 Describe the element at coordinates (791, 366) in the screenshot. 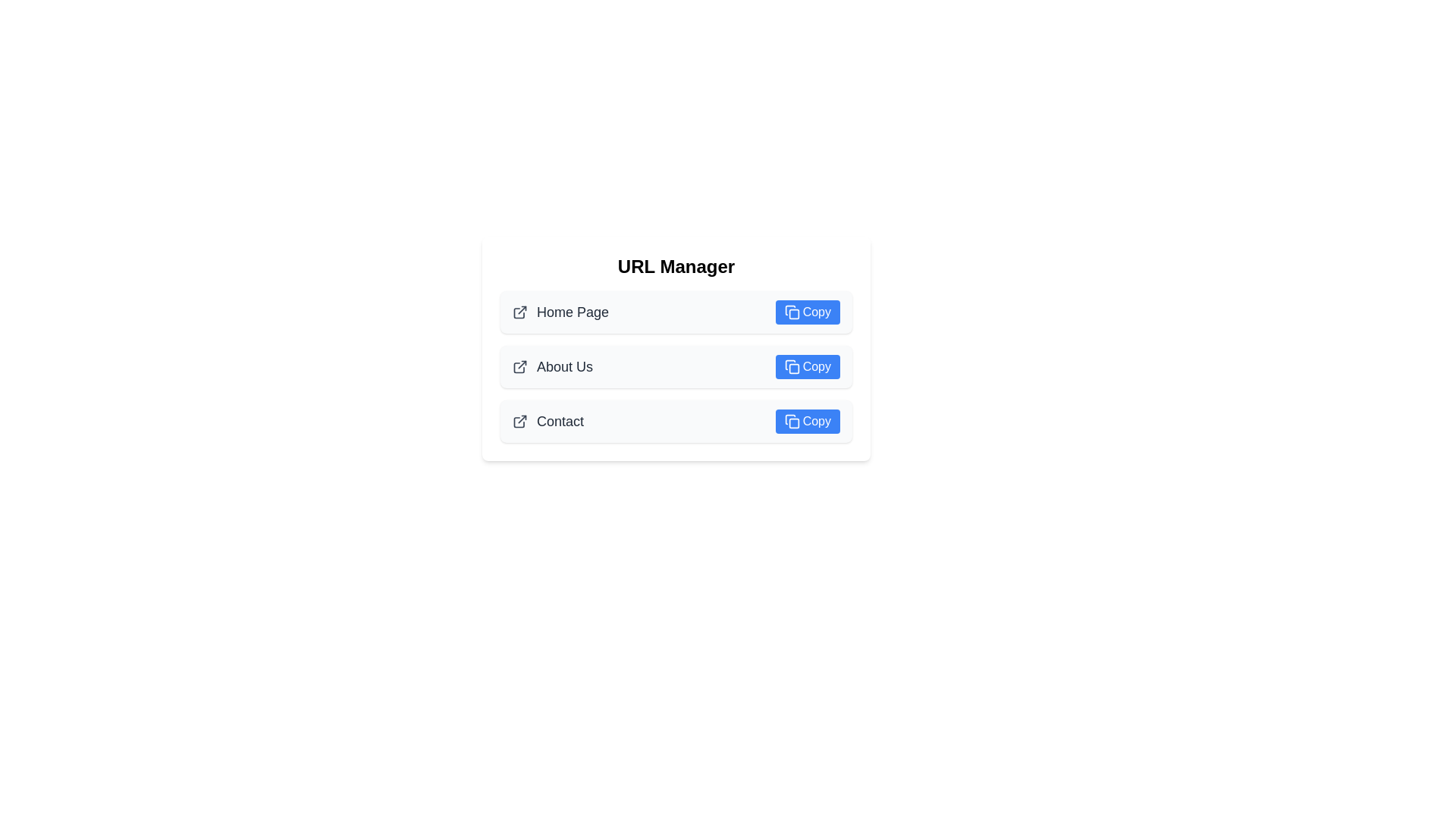

I see `the blue copy action icon within the button, located in the second row of action buttons to the right of the 'About Us' text, to trigger a tooltip or style change` at that location.